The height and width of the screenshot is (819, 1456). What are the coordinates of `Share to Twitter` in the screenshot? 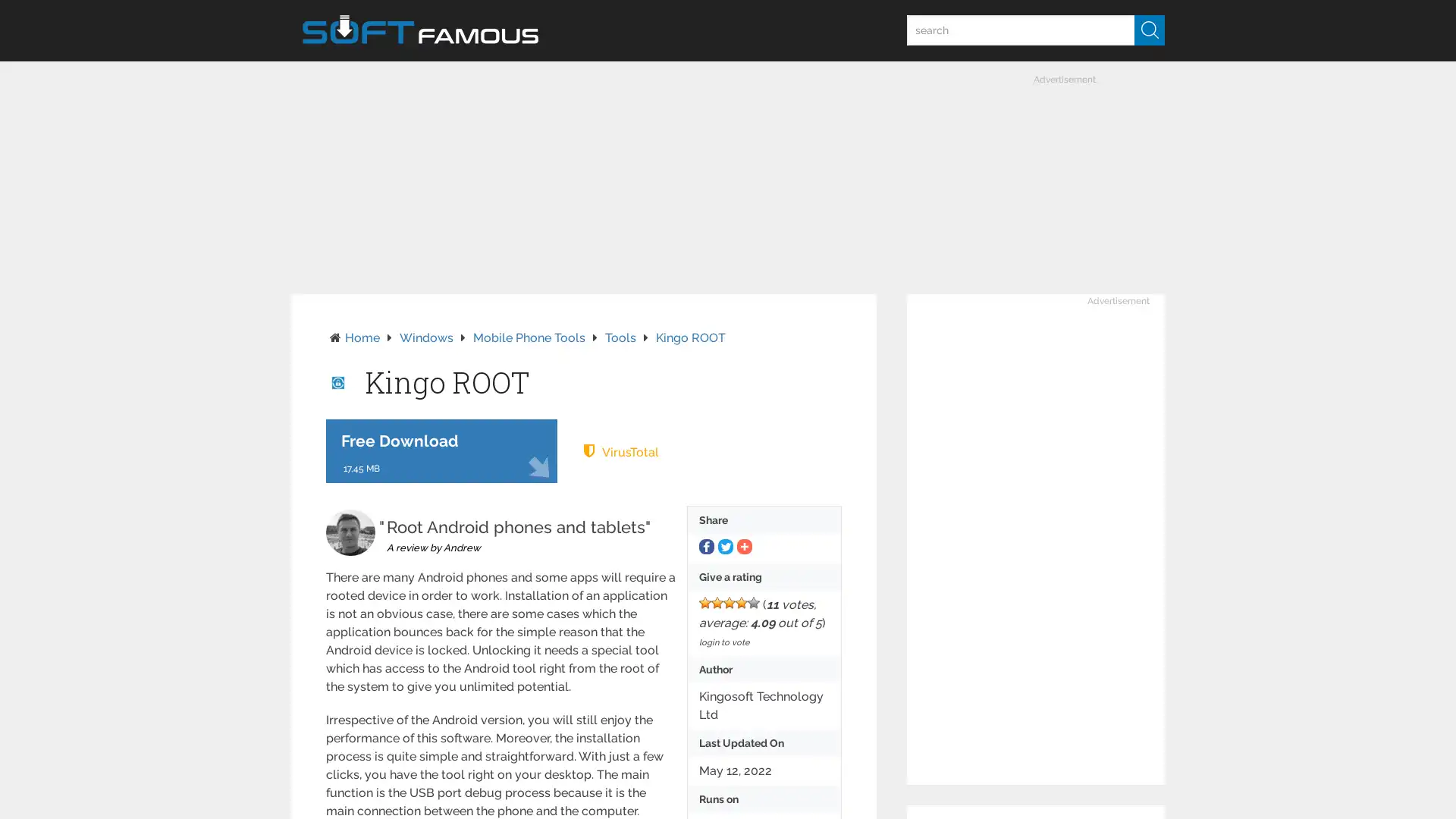 It's located at (724, 546).